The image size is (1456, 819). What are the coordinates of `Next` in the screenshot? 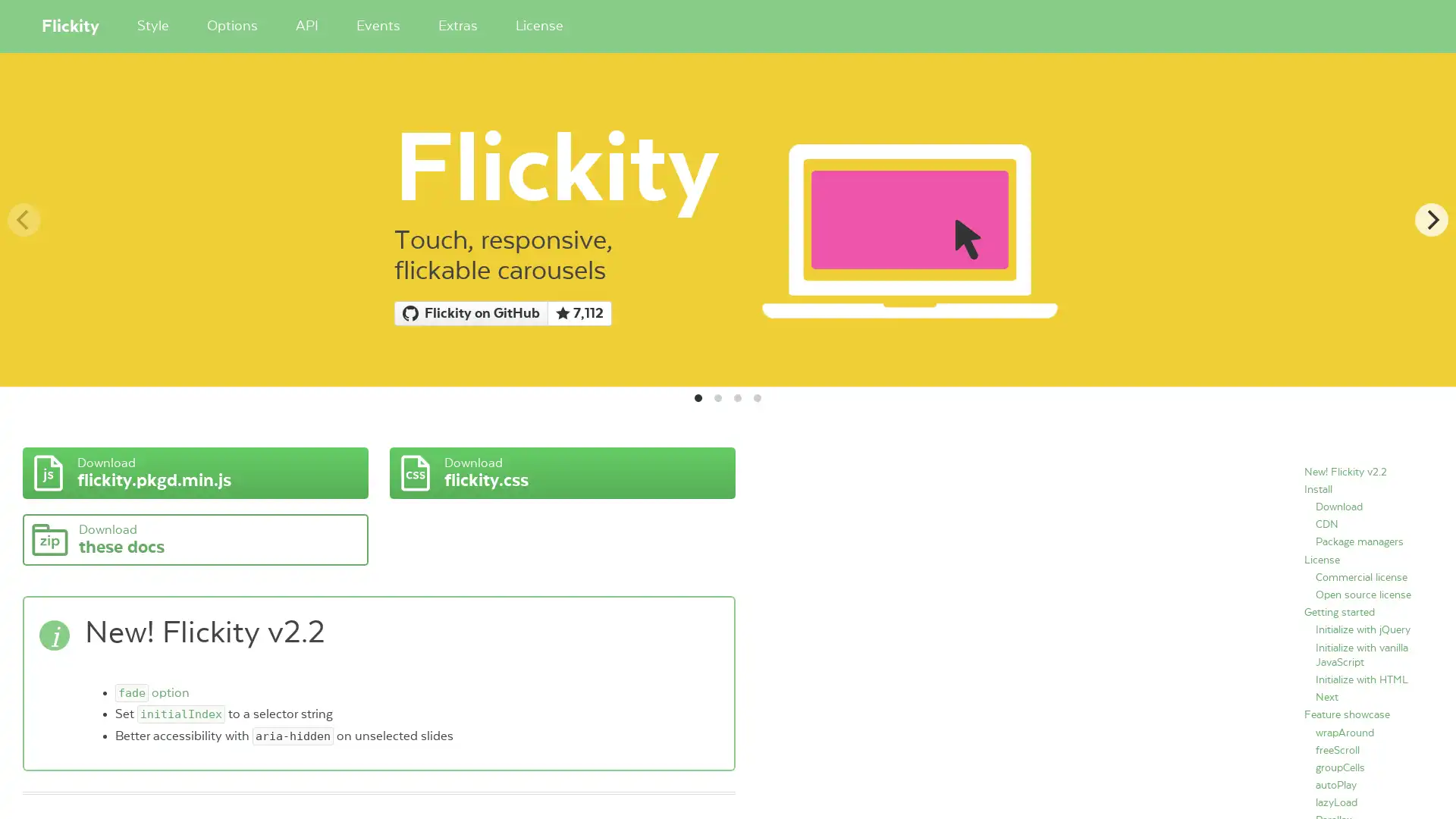 It's located at (1430, 219).